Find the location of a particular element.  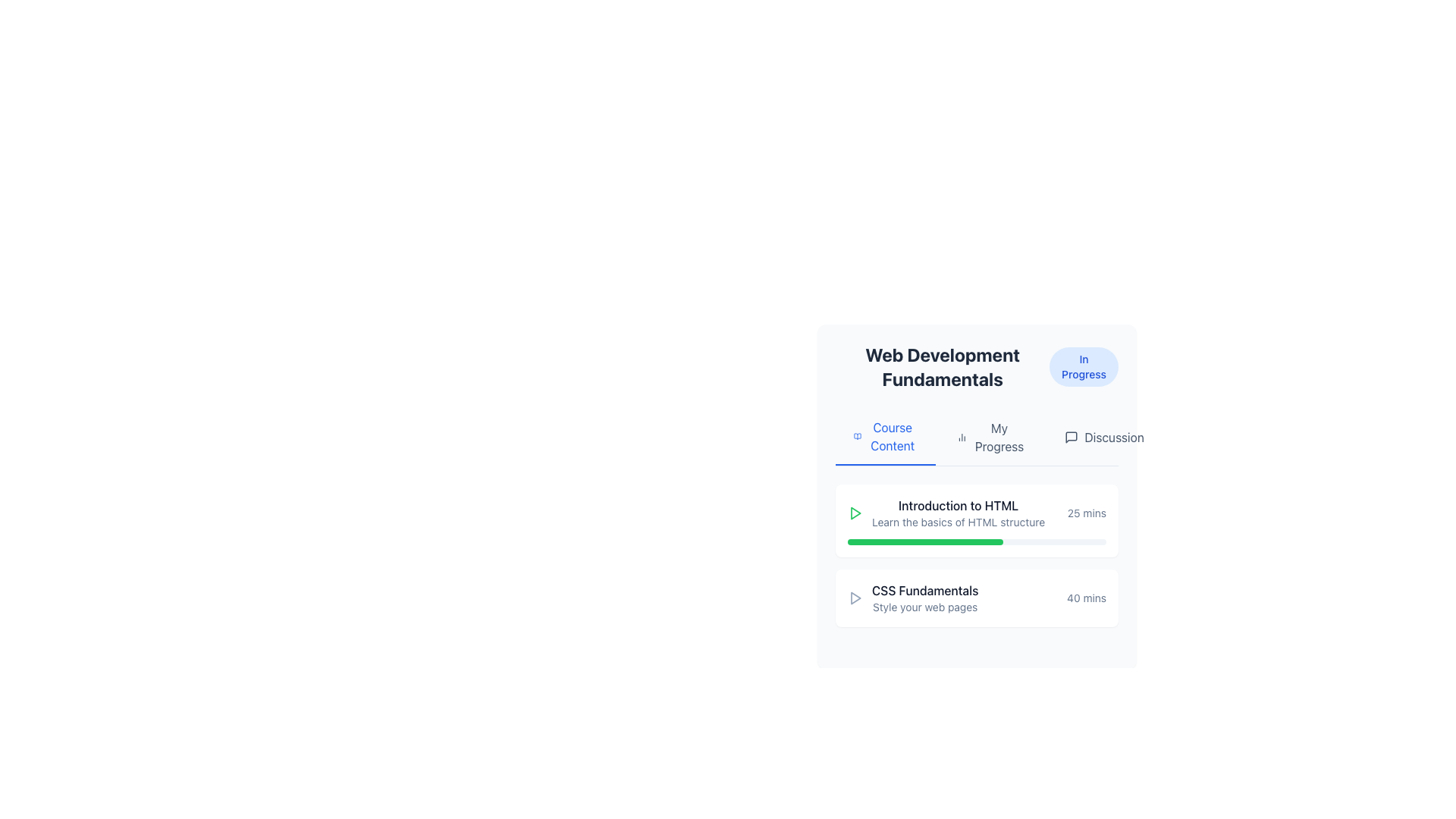

the clickable course card for 'CSS Fundamentals' located in the second position under 'Web Development Fundamentals' is located at coordinates (977, 598).